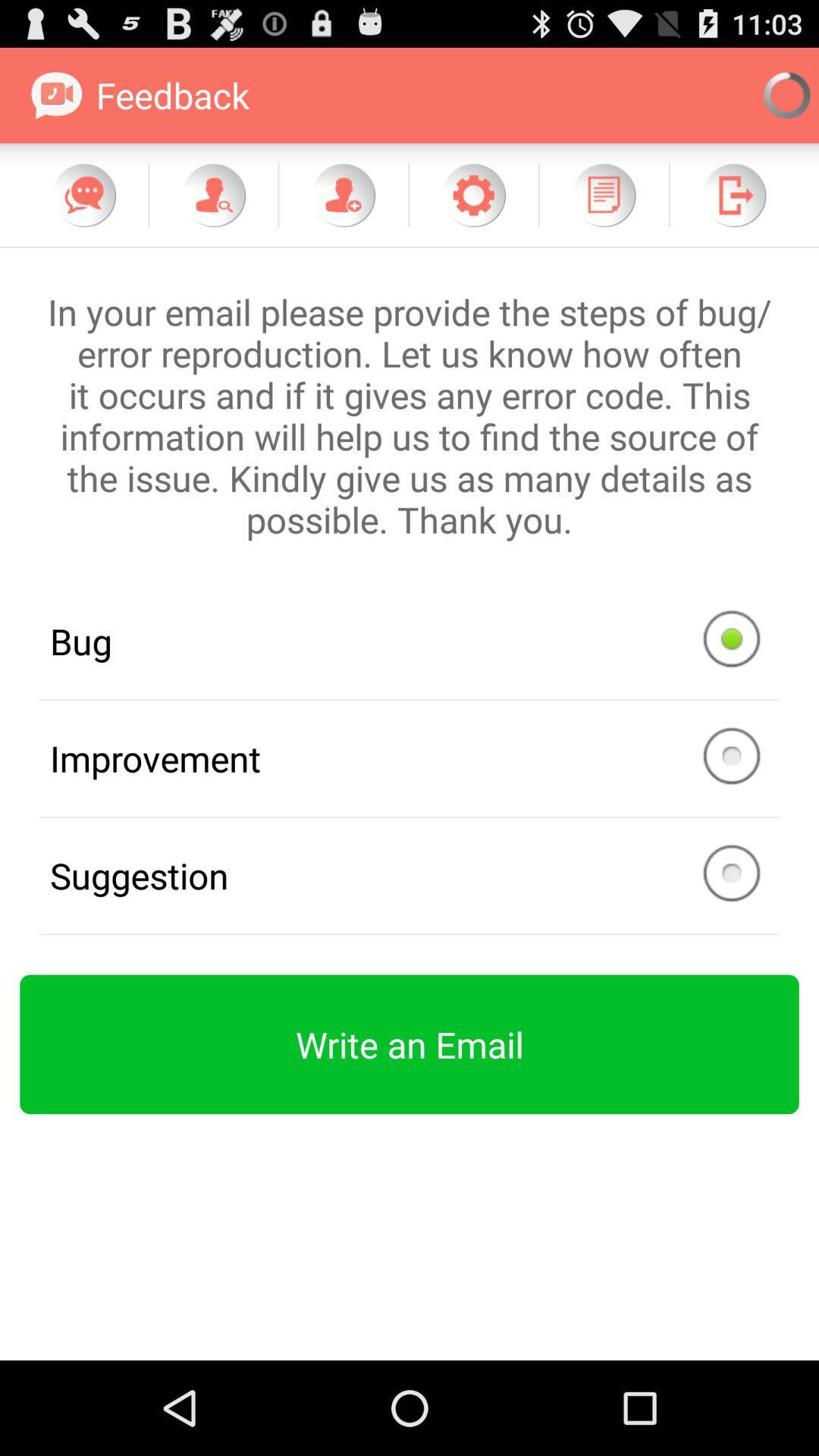  What do you see at coordinates (472, 194) in the screenshot?
I see `setting button which is at the top of the page` at bounding box center [472, 194].